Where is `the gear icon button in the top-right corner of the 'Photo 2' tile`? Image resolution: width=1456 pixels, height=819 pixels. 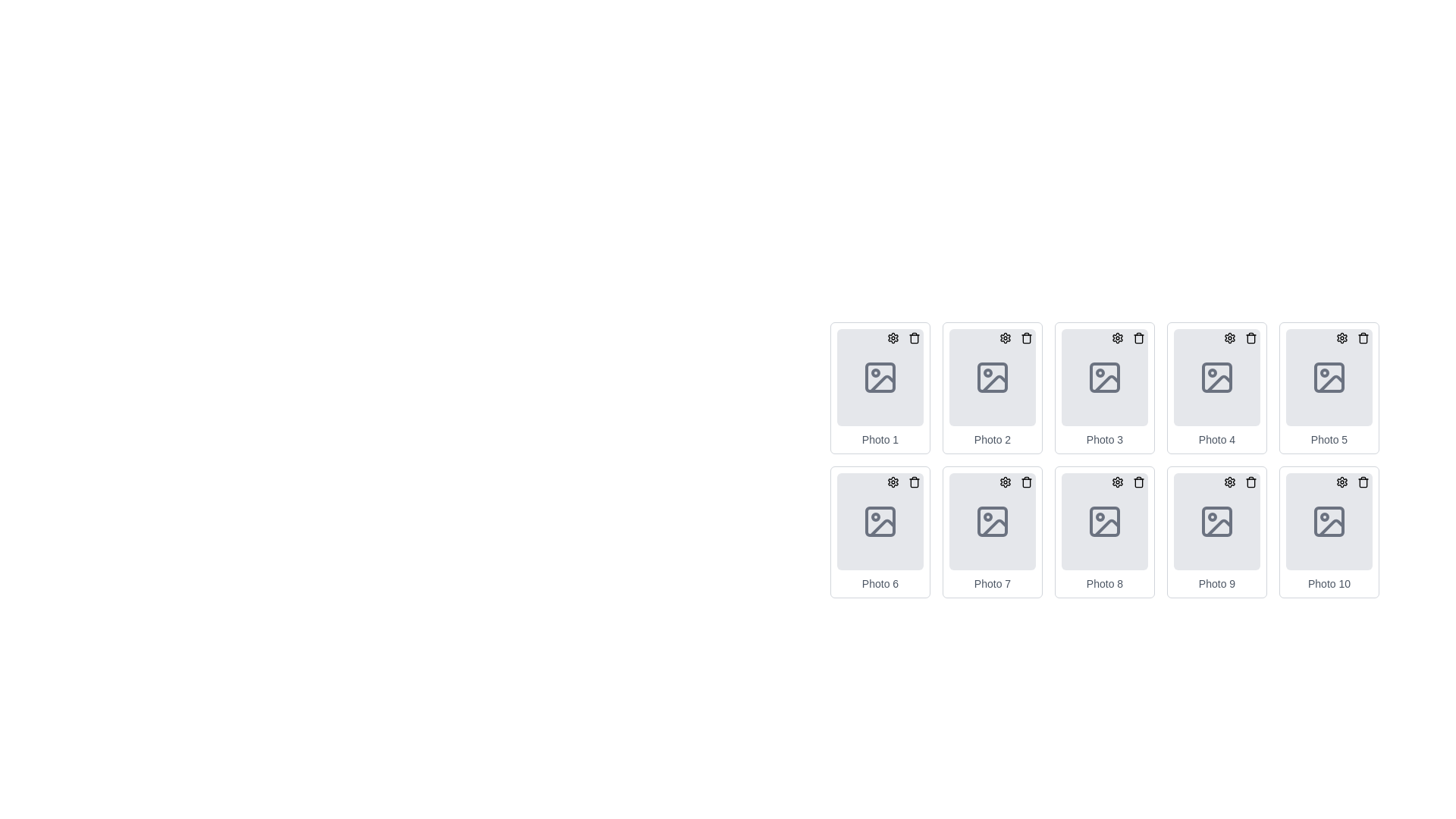 the gear icon button in the top-right corner of the 'Photo 2' tile is located at coordinates (1005, 337).